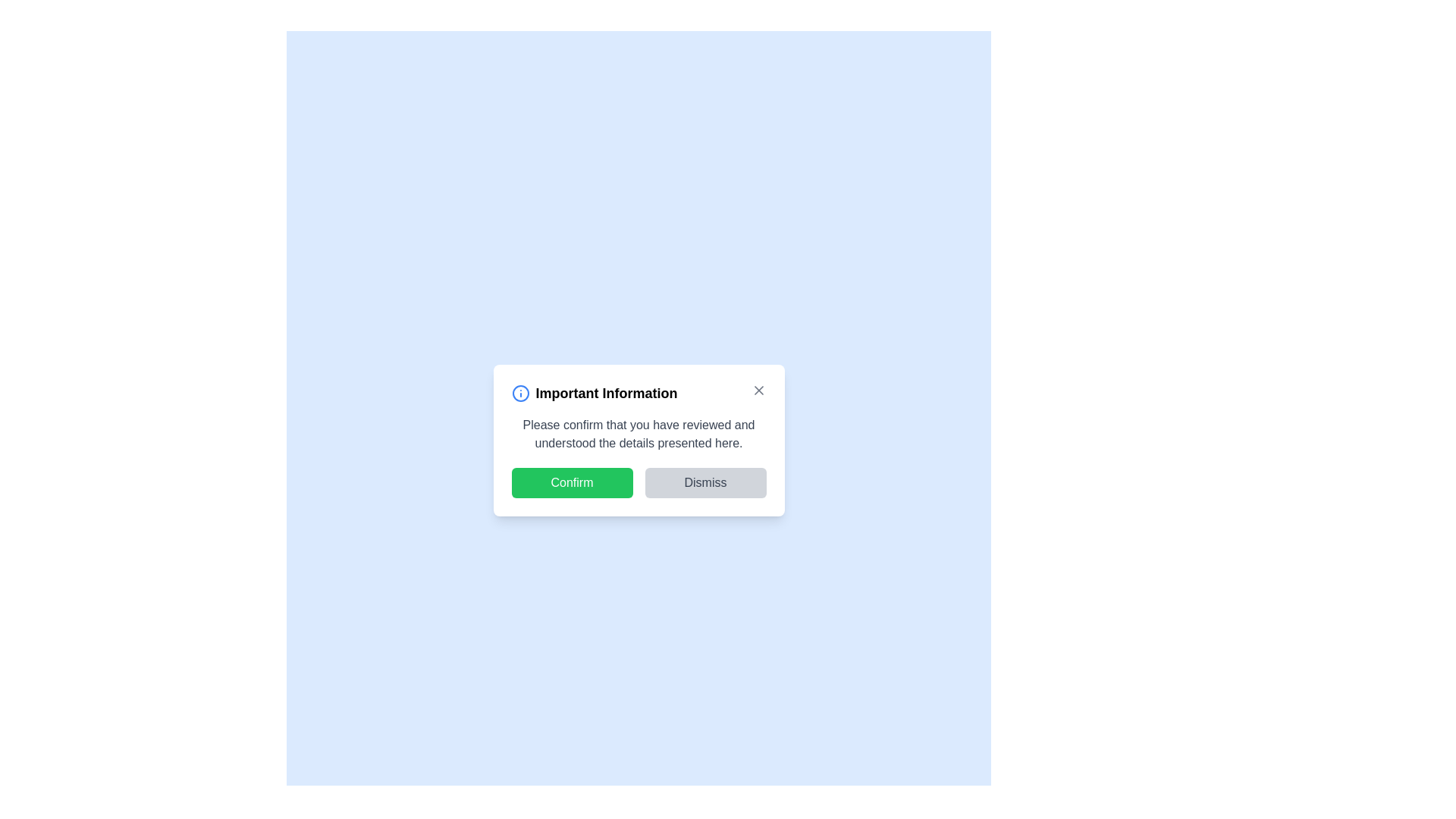 The height and width of the screenshot is (819, 1456). What do you see at coordinates (758, 390) in the screenshot?
I see `the Close Icon located at the upper-right corner of the modal dialog box` at bounding box center [758, 390].